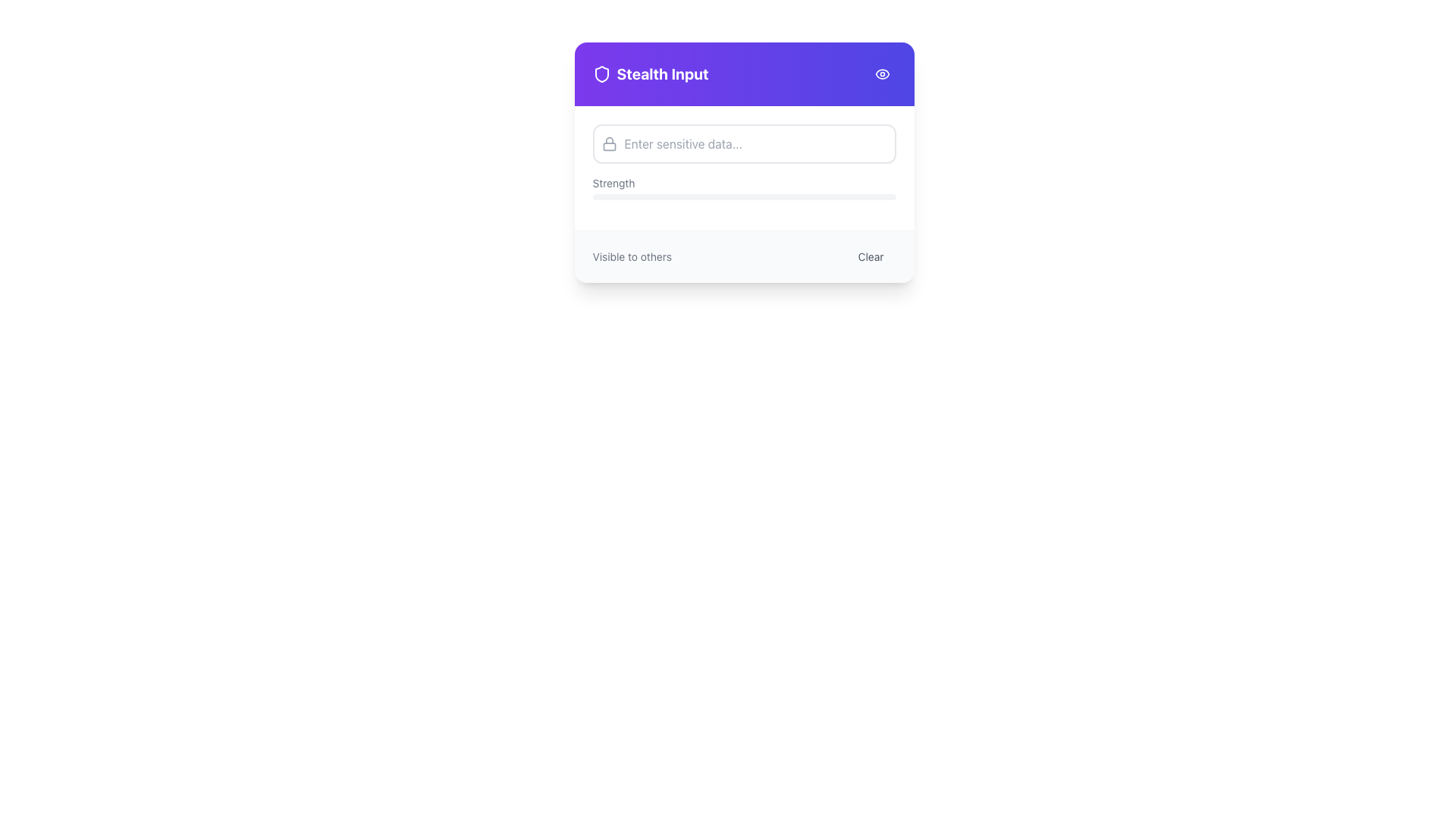 The image size is (1456, 819). Describe the element at coordinates (882, 74) in the screenshot. I see `the eye icon button on the far-right side of the 'Stealth Input' header bar` at that location.